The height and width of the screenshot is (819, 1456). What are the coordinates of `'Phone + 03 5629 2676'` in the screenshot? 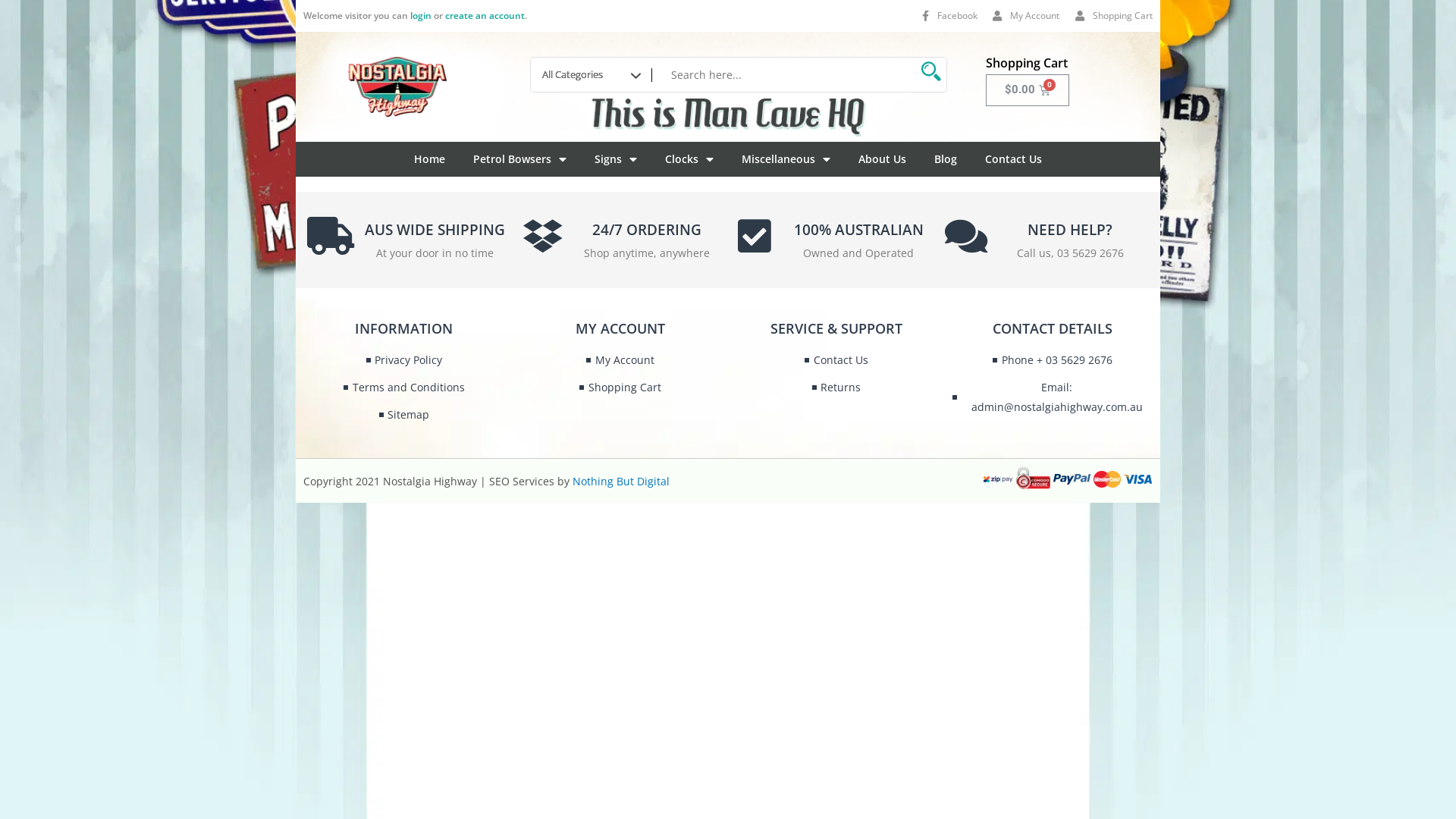 It's located at (1051, 359).